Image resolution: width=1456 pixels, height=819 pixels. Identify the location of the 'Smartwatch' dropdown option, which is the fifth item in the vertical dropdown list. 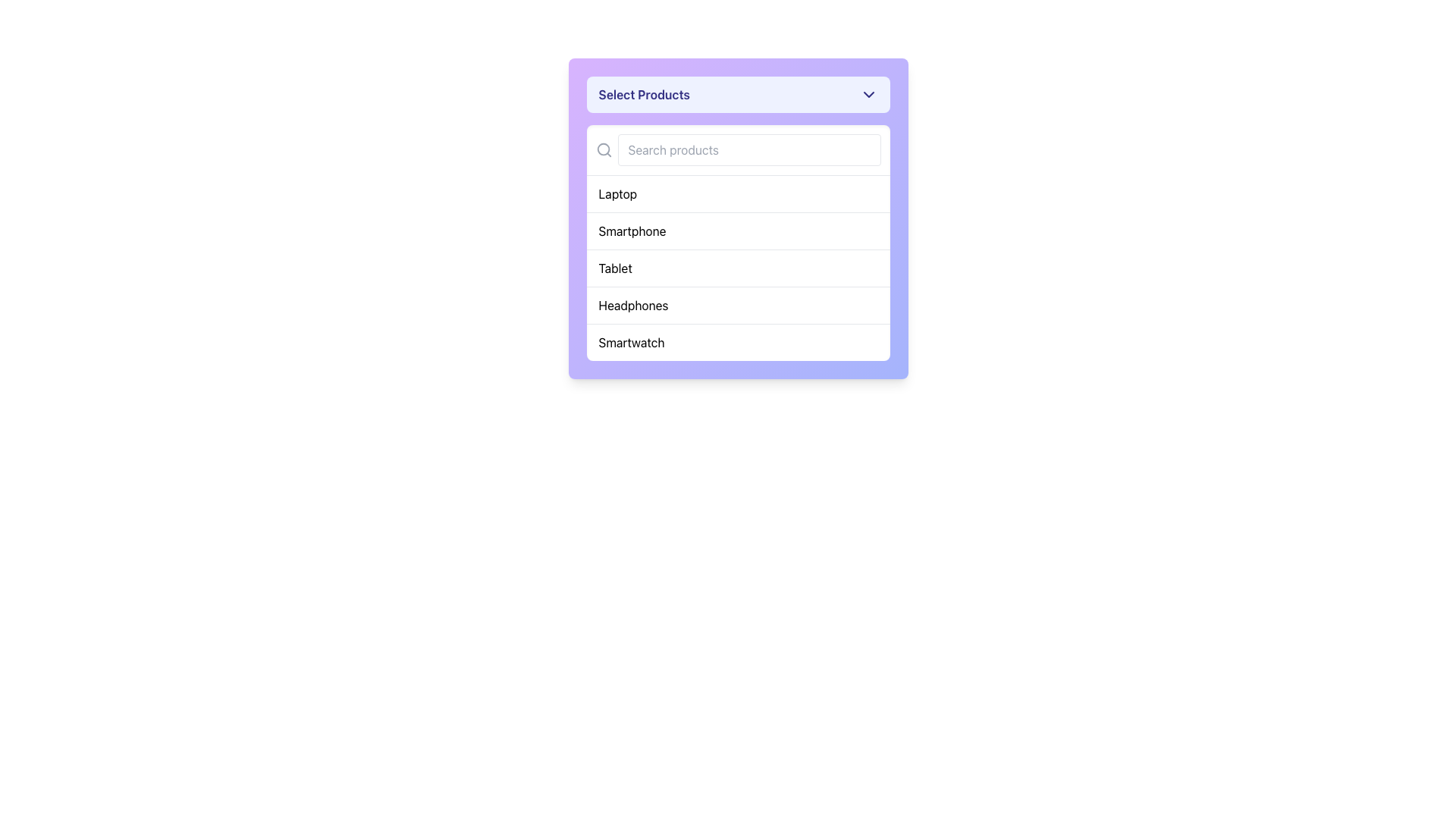
(738, 342).